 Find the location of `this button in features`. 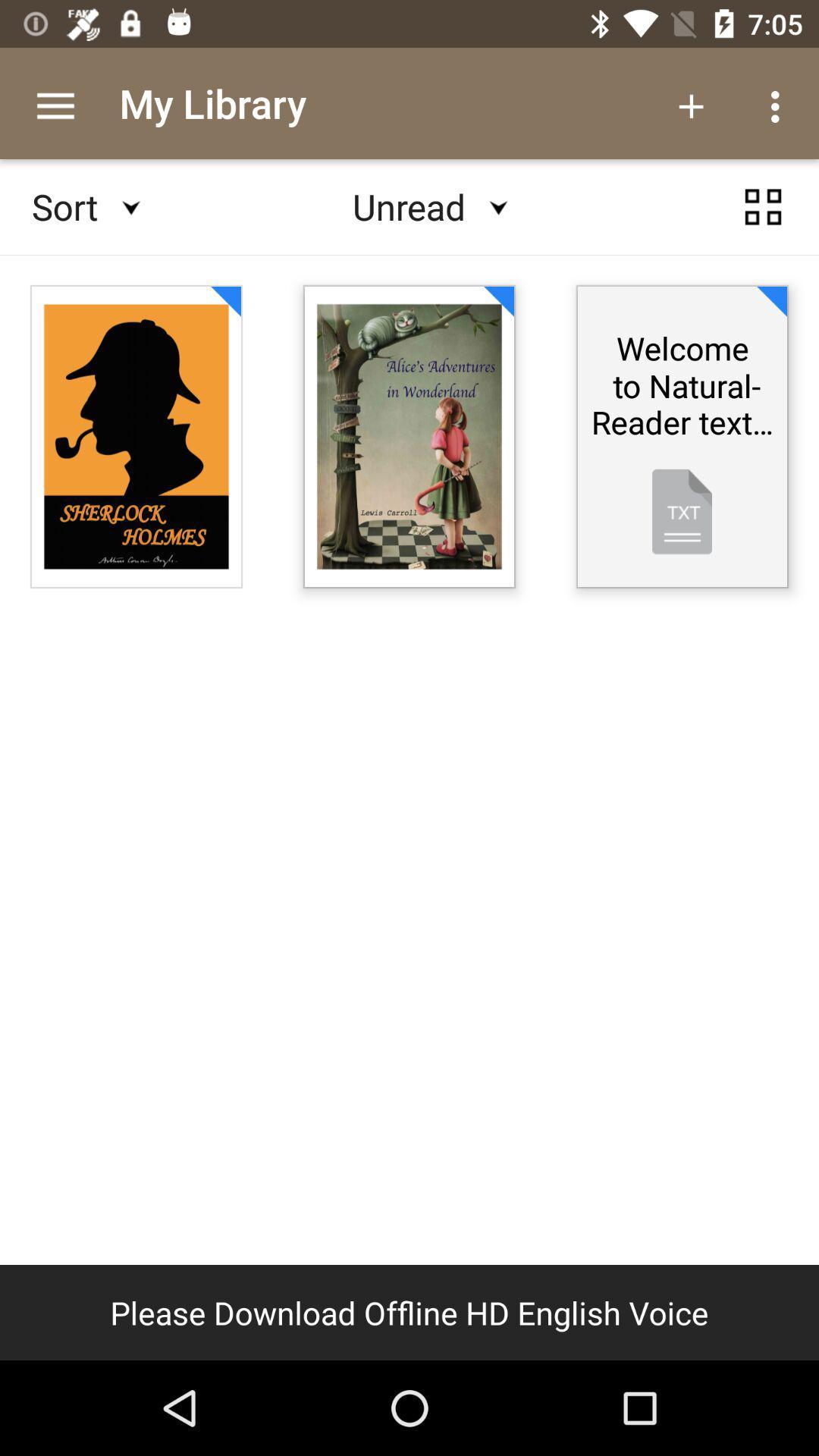

this button in features is located at coordinates (763, 206).